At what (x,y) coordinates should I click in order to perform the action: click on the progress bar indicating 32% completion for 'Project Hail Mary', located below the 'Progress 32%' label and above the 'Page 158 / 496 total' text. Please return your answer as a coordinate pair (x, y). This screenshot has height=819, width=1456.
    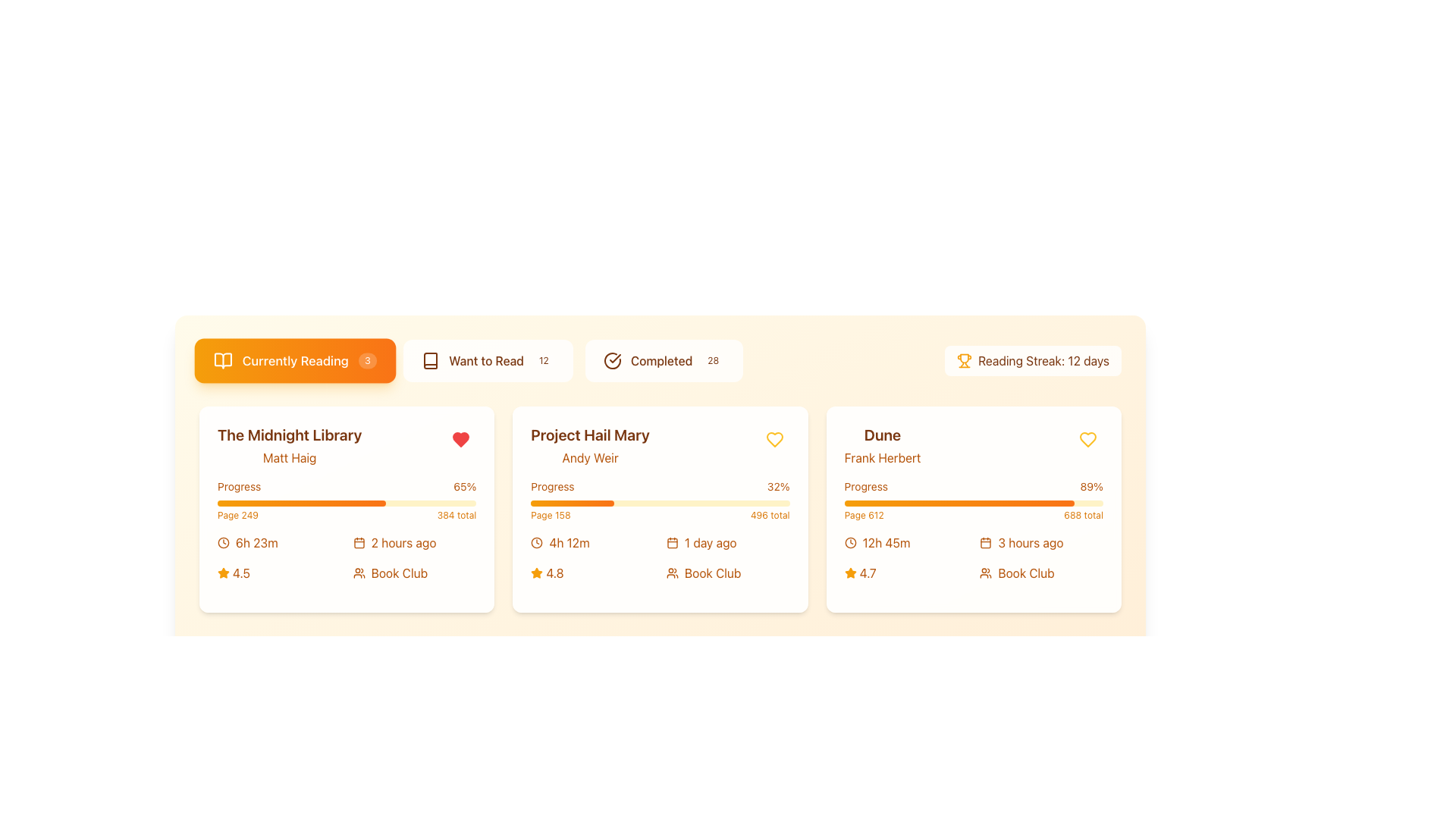
    Looking at the image, I should click on (660, 503).